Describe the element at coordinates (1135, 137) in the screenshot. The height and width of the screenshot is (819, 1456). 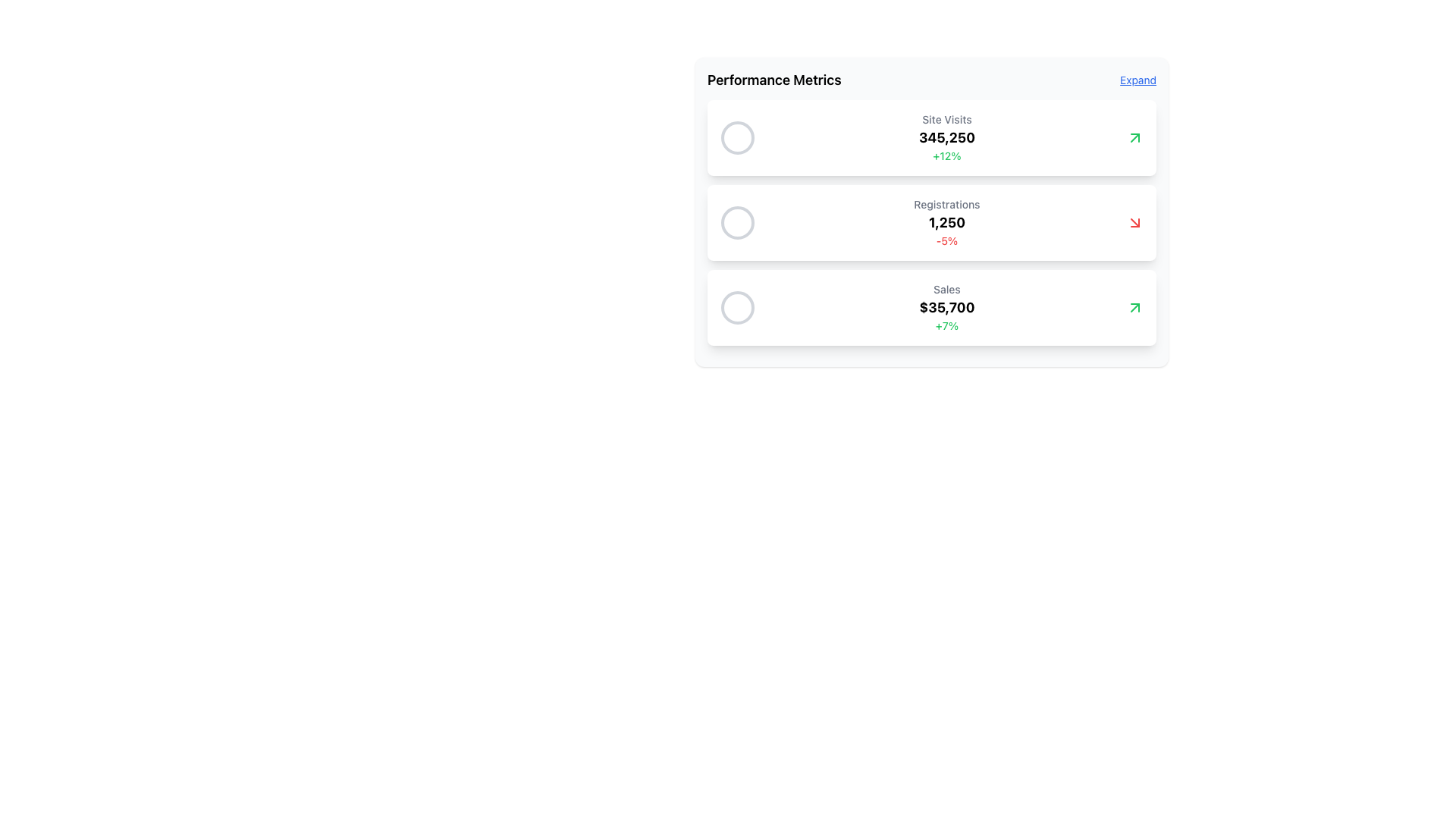
I see `the upward trend icon indicating positive growth for the 'Site Visits' metric, located at the far-right of the statistics card in the 'Performance Metrics' section` at that location.